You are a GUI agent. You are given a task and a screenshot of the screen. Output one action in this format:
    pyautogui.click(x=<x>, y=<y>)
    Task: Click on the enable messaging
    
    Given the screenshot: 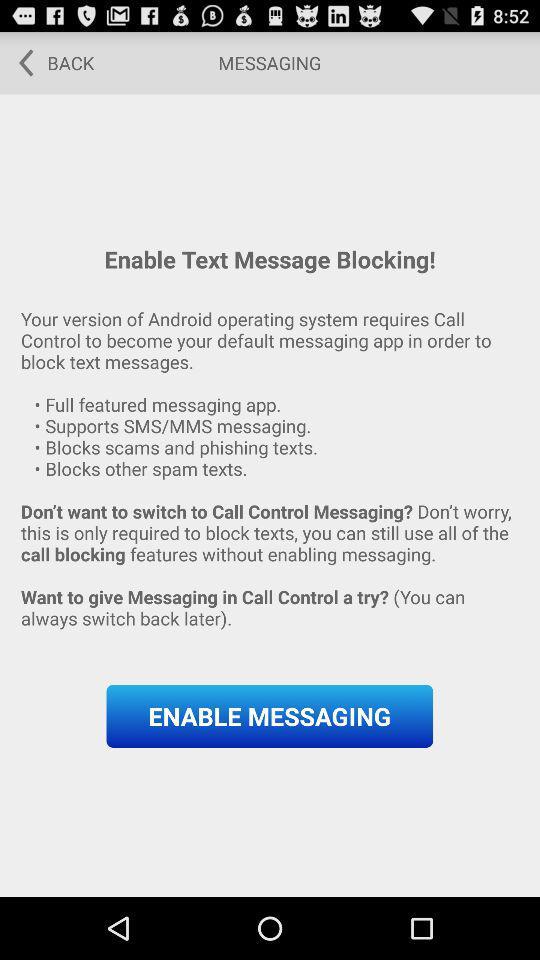 What is the action you would take?
    pyautogui.click(x=269, y=716)
    